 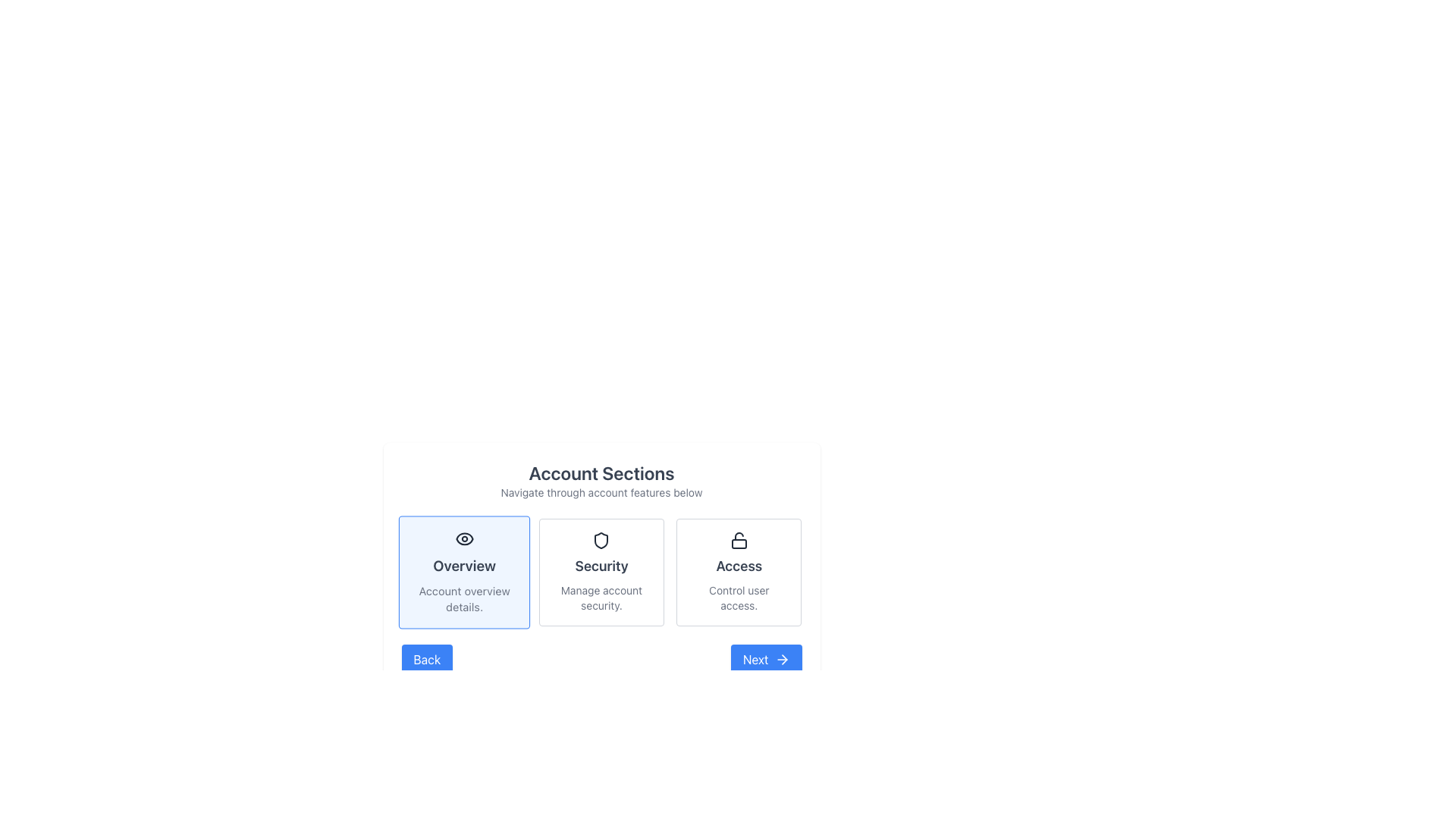 What do you see at coordinates (739, 543) in the screenshot?
I see `the lower rectangular component of the open lock icon within the 'Access' card, which is the third option under the 'Account Sections' header` at bounding box center [739, 543].